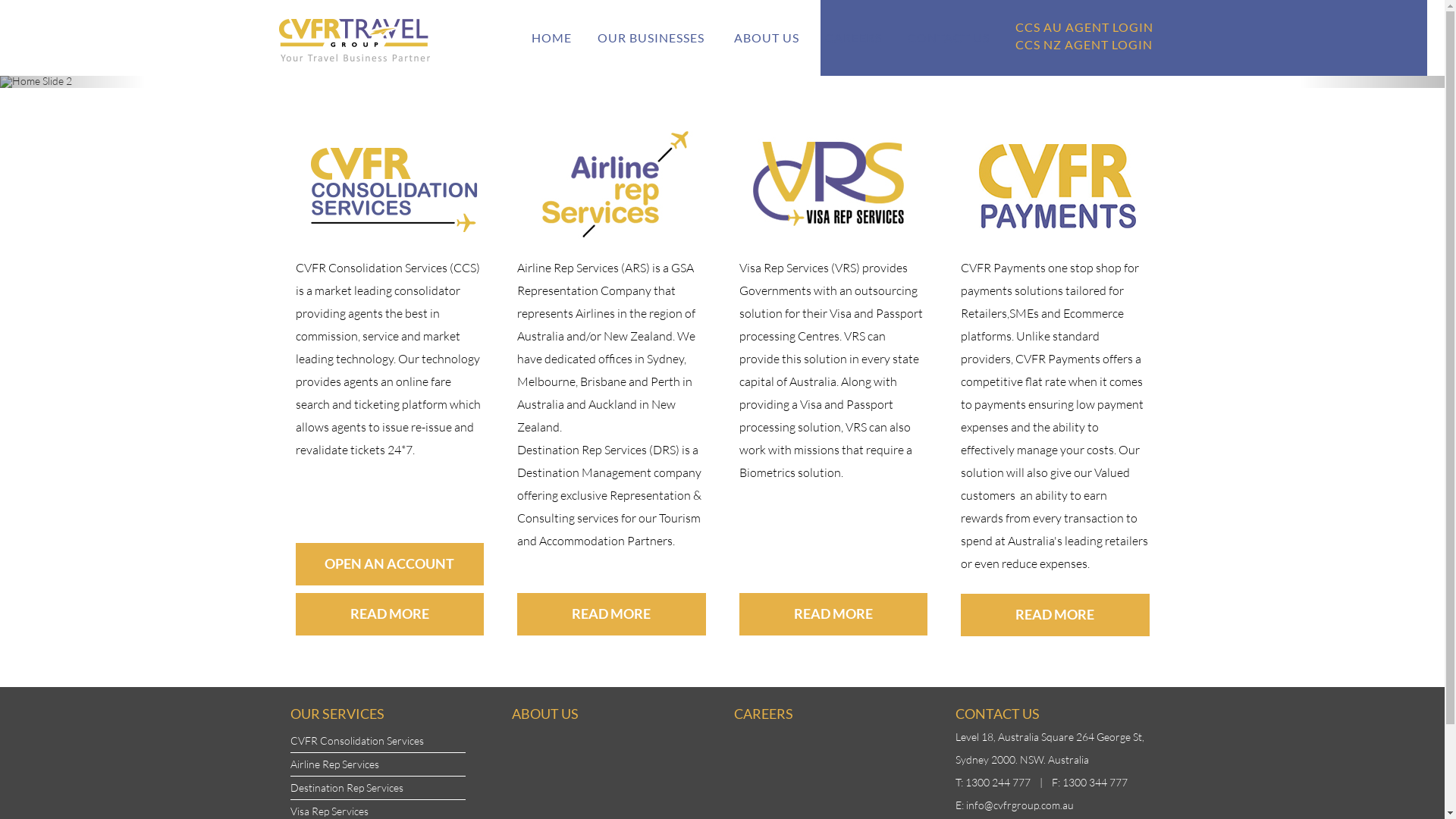  I want to click on 'Destination Rep Services', so click(345, 786).